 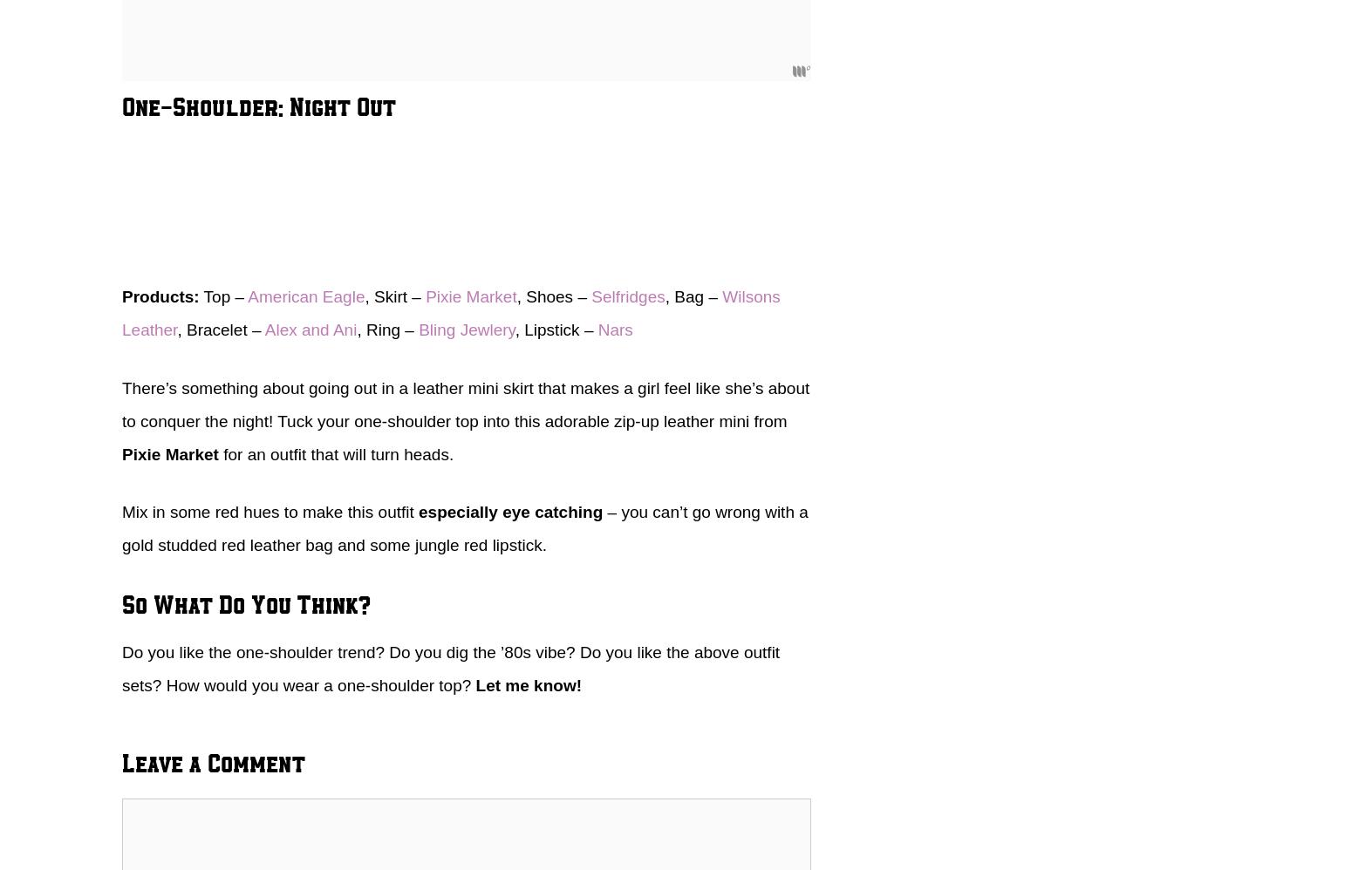 I want to click on 'for an outfit that will turn heads.', so click(x=335, y=453).